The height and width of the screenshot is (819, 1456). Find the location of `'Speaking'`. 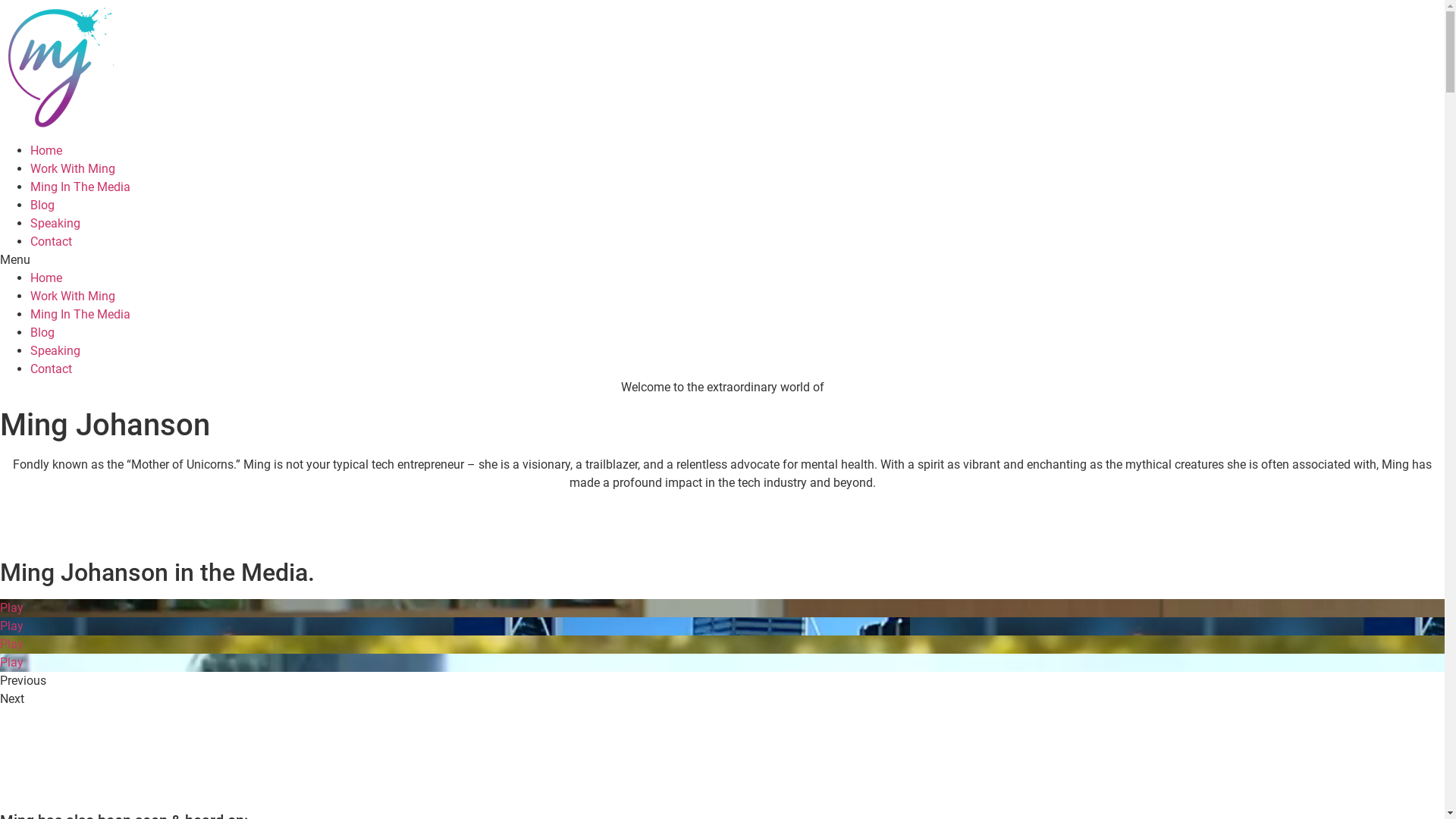

'Speaking' is located at coordinates (55, 223).